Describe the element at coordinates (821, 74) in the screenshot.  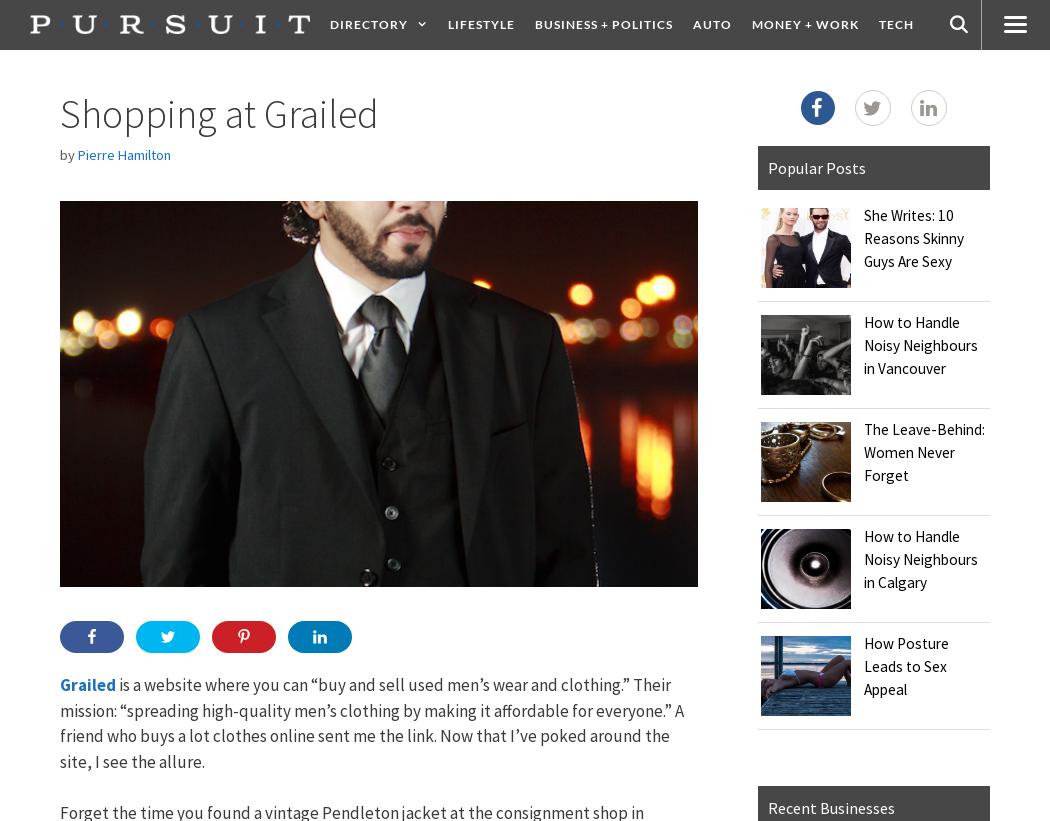
I see `'Contests'` at that location.